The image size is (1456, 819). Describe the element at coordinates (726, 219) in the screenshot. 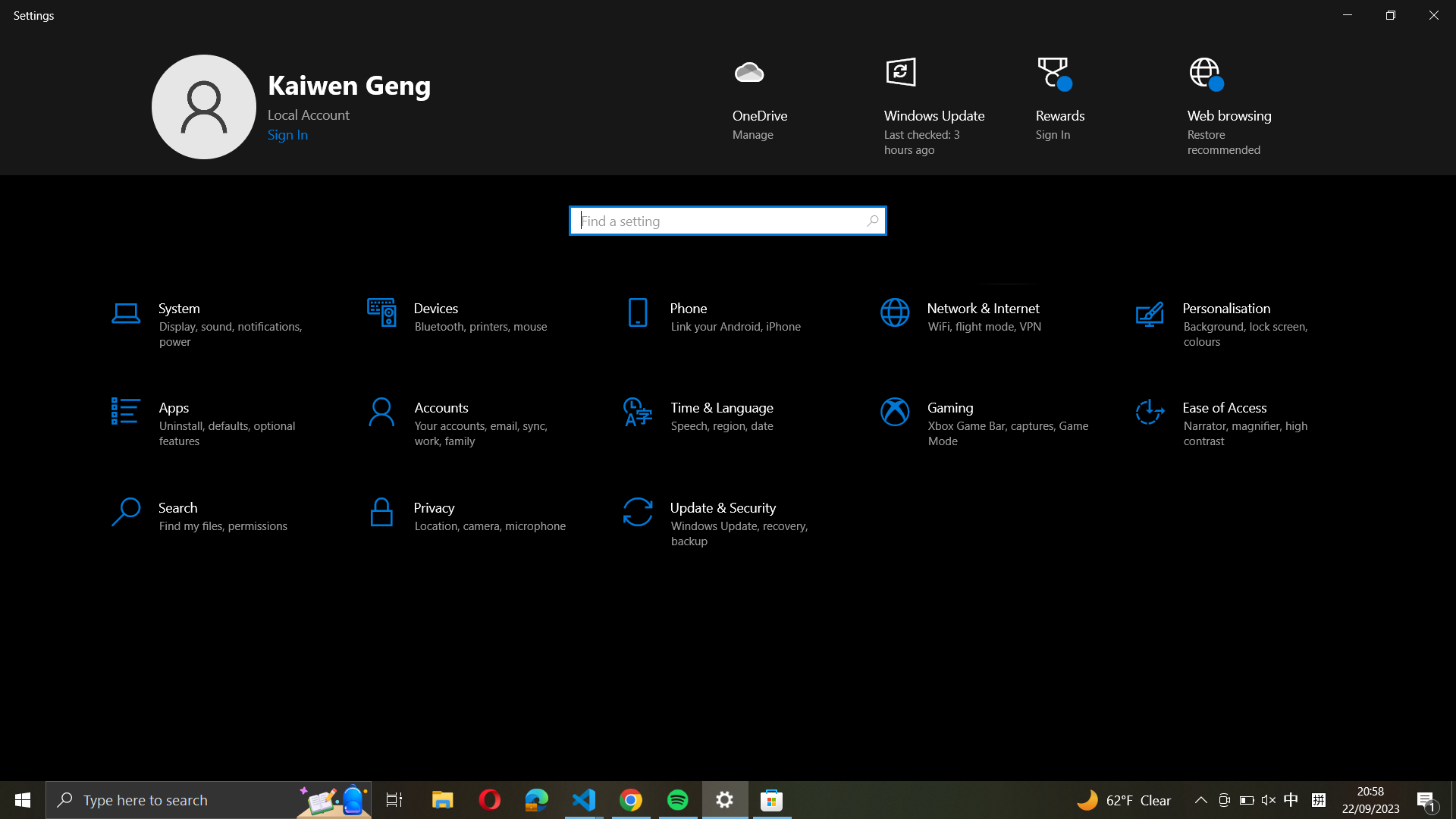

I see `Search for the copied content in the search bar` at that location.